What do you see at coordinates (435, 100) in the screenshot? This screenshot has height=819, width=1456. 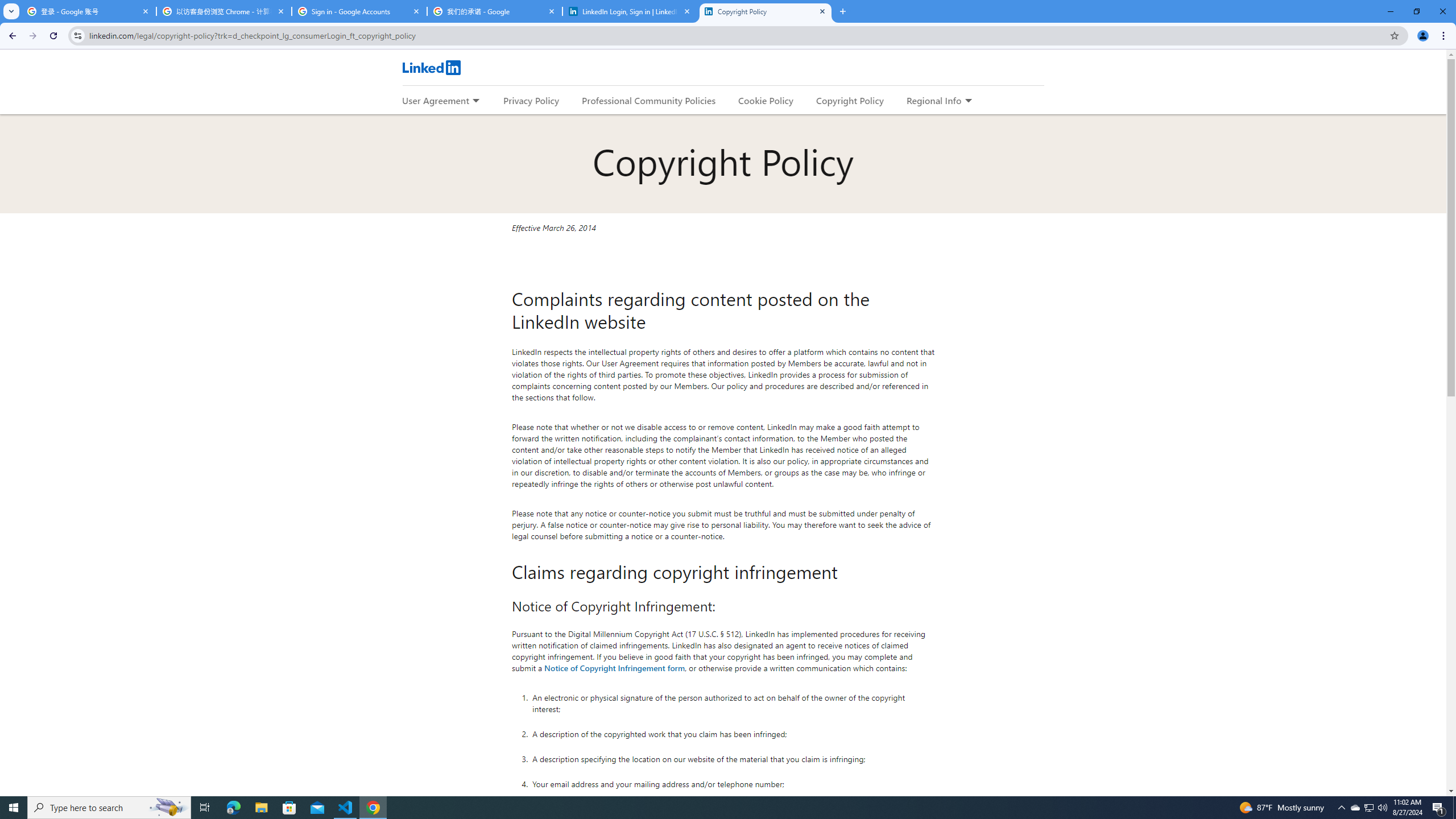 I see `'User Agreement'` at bounding box center [435, 100].